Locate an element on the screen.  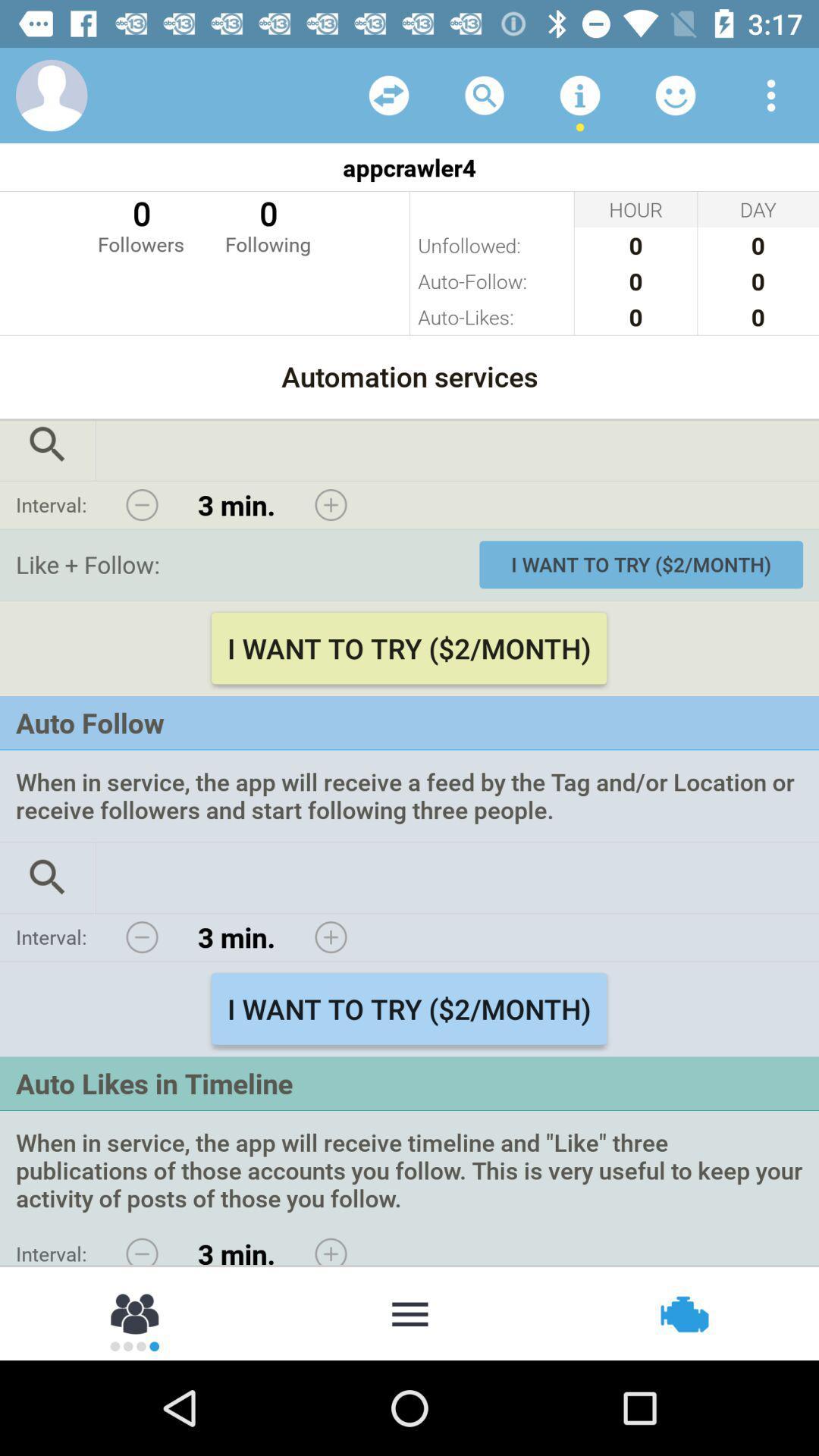
set lower is located at coordinates (142, 1247).